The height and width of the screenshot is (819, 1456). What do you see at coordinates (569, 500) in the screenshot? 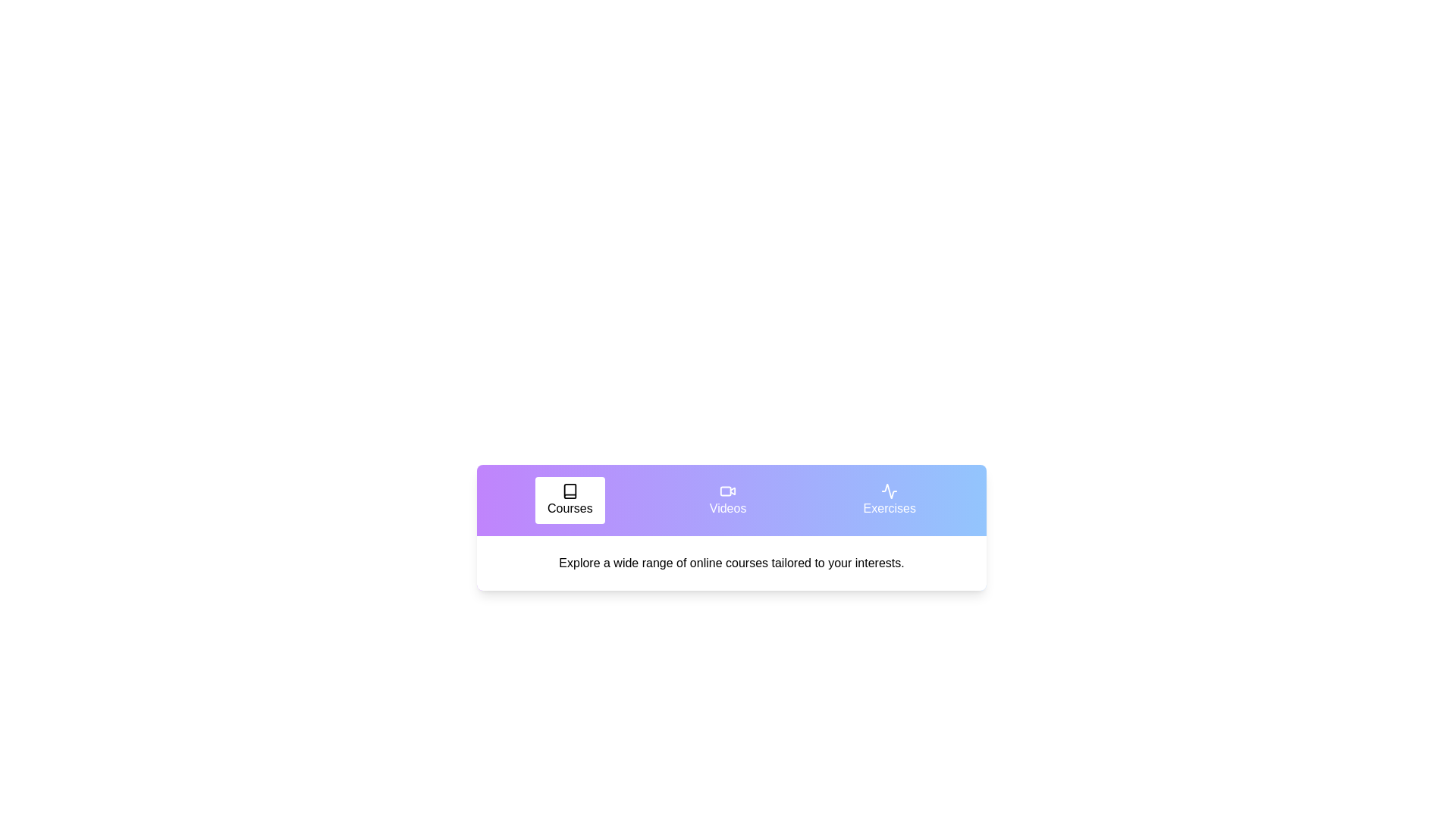
I see `the tab labeled Courses` at bounding box center [569, 500].